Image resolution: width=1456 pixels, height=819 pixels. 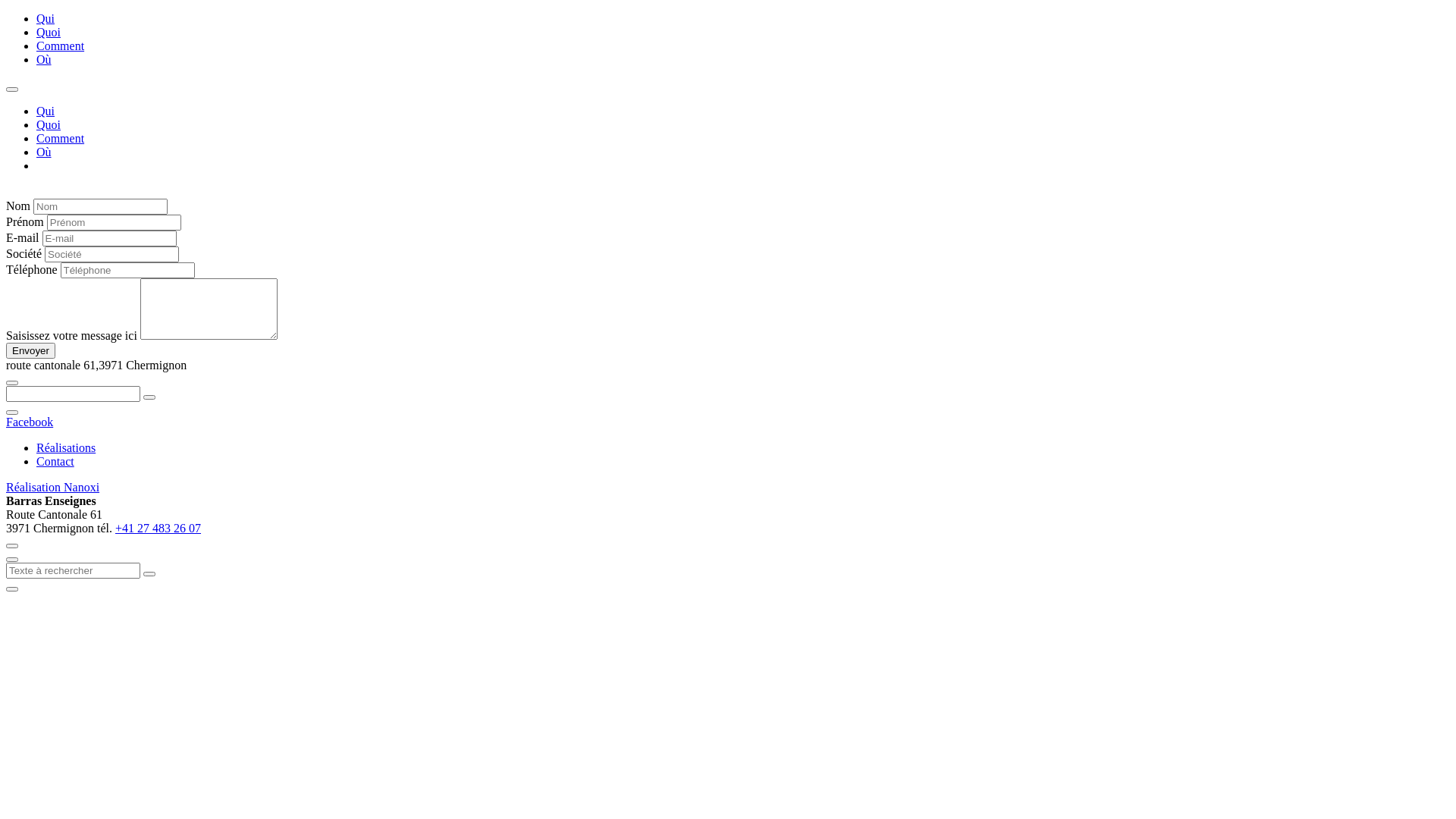 What do you see at coordinates (36, 110) in the screenshot?
I see `'Qui'` at bounding box center [36, 110].